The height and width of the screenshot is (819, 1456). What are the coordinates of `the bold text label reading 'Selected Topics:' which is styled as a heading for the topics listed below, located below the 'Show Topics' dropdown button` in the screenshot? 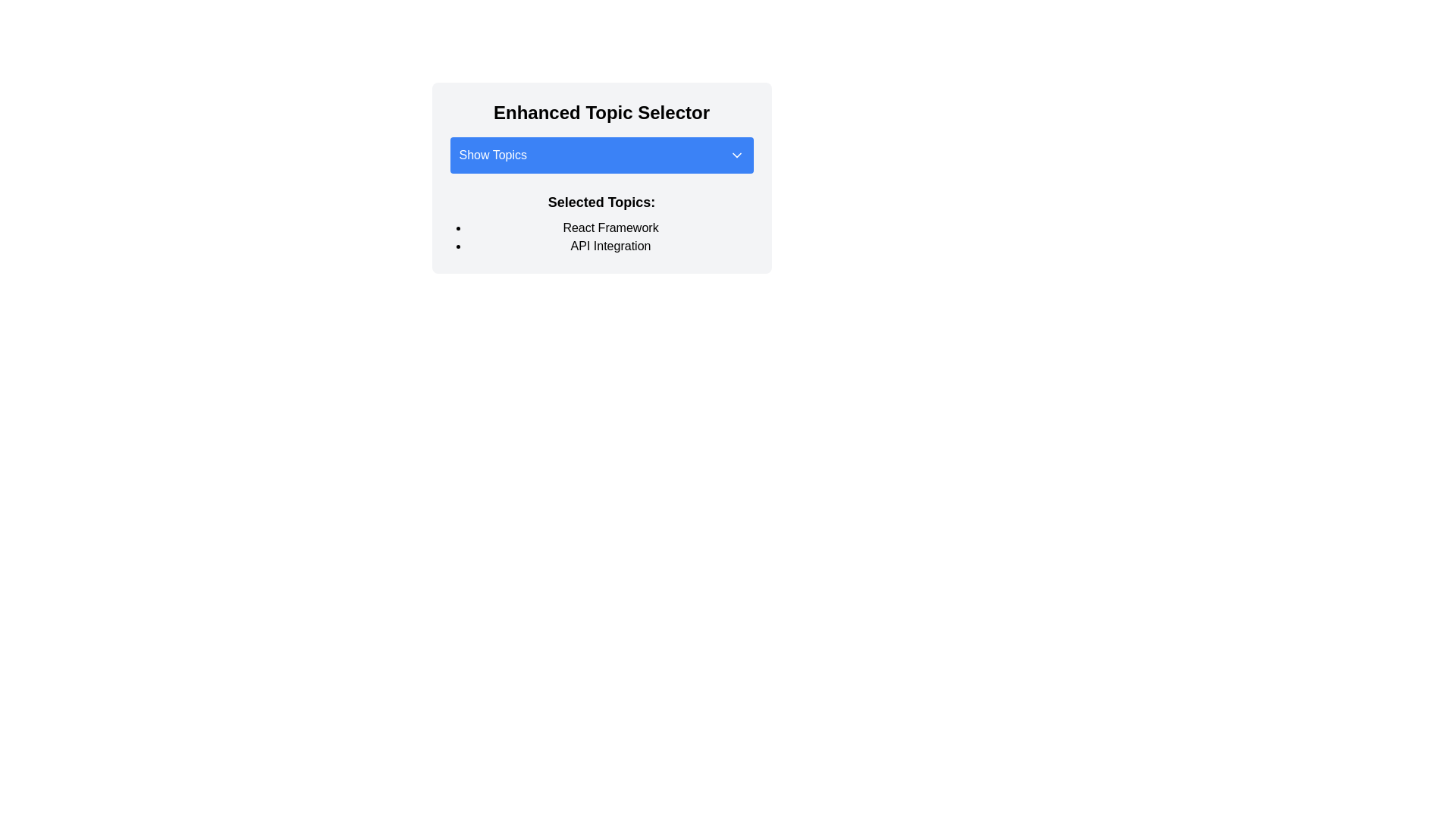 It's located at (601, 201).